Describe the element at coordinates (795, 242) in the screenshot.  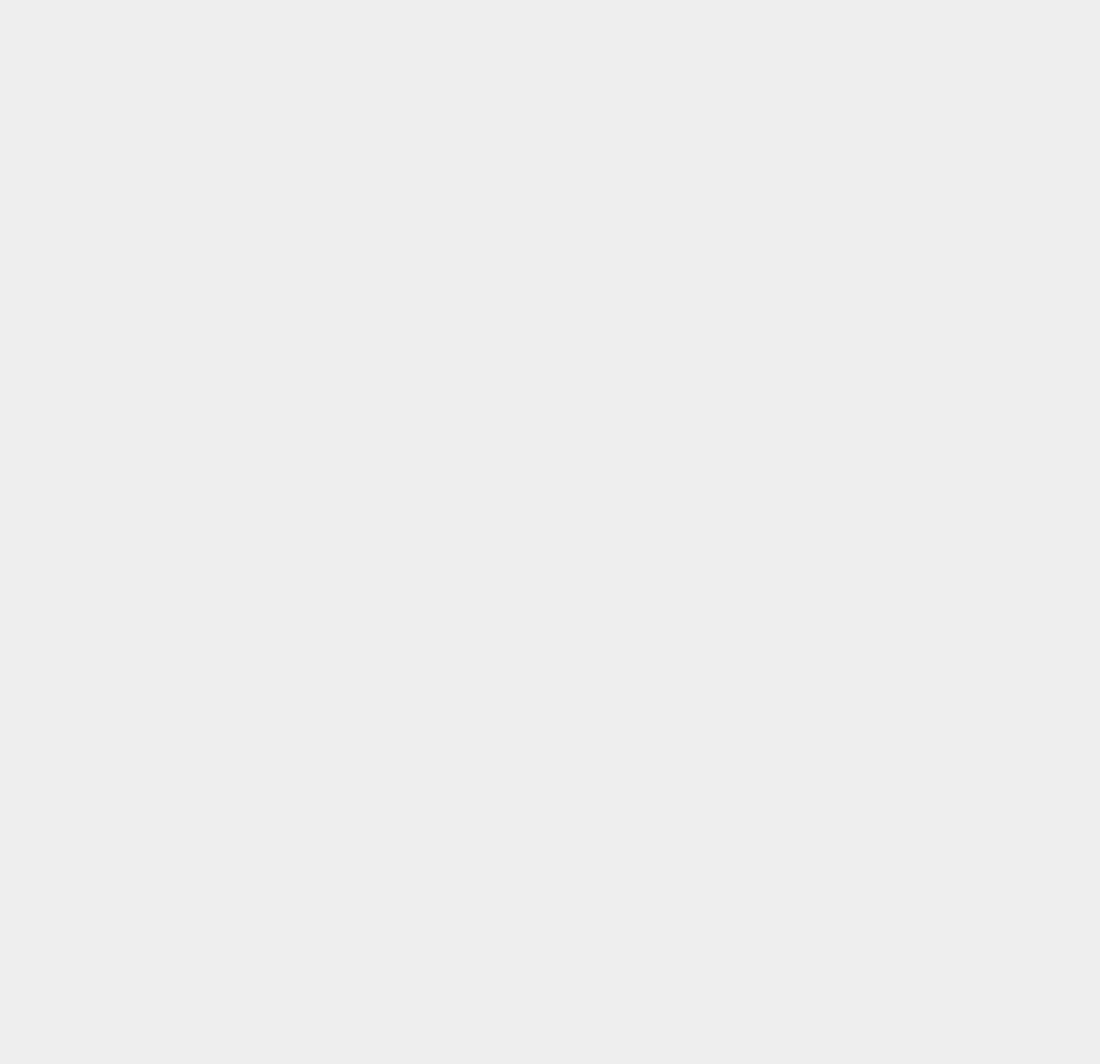
I see `'Cloud'` at that location.